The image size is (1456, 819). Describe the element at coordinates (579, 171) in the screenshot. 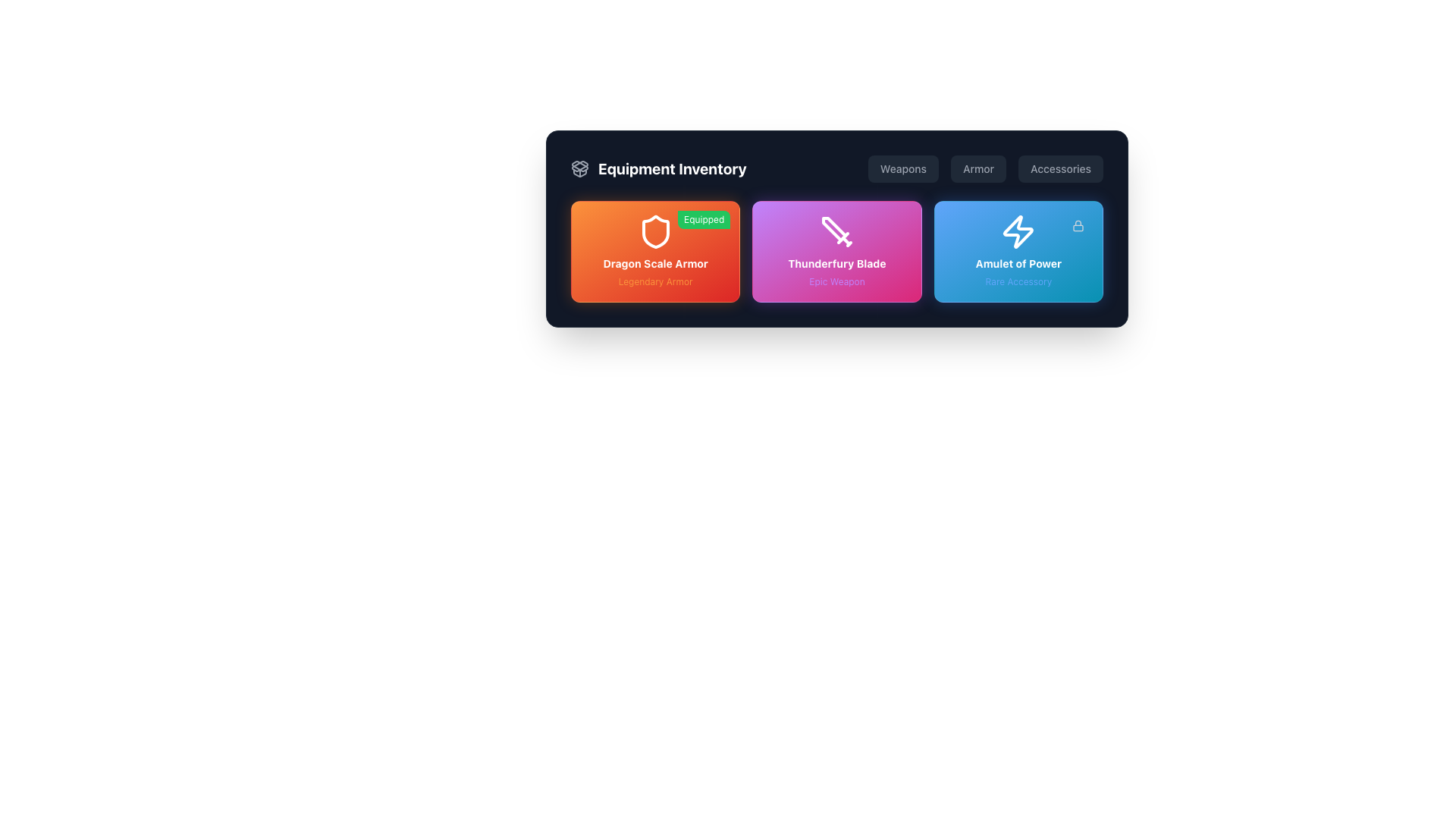

I see `the graphic/SVG element located in the top-left corner of the interface, directly preceding the 'Equipment Inventory' heading` at that location.